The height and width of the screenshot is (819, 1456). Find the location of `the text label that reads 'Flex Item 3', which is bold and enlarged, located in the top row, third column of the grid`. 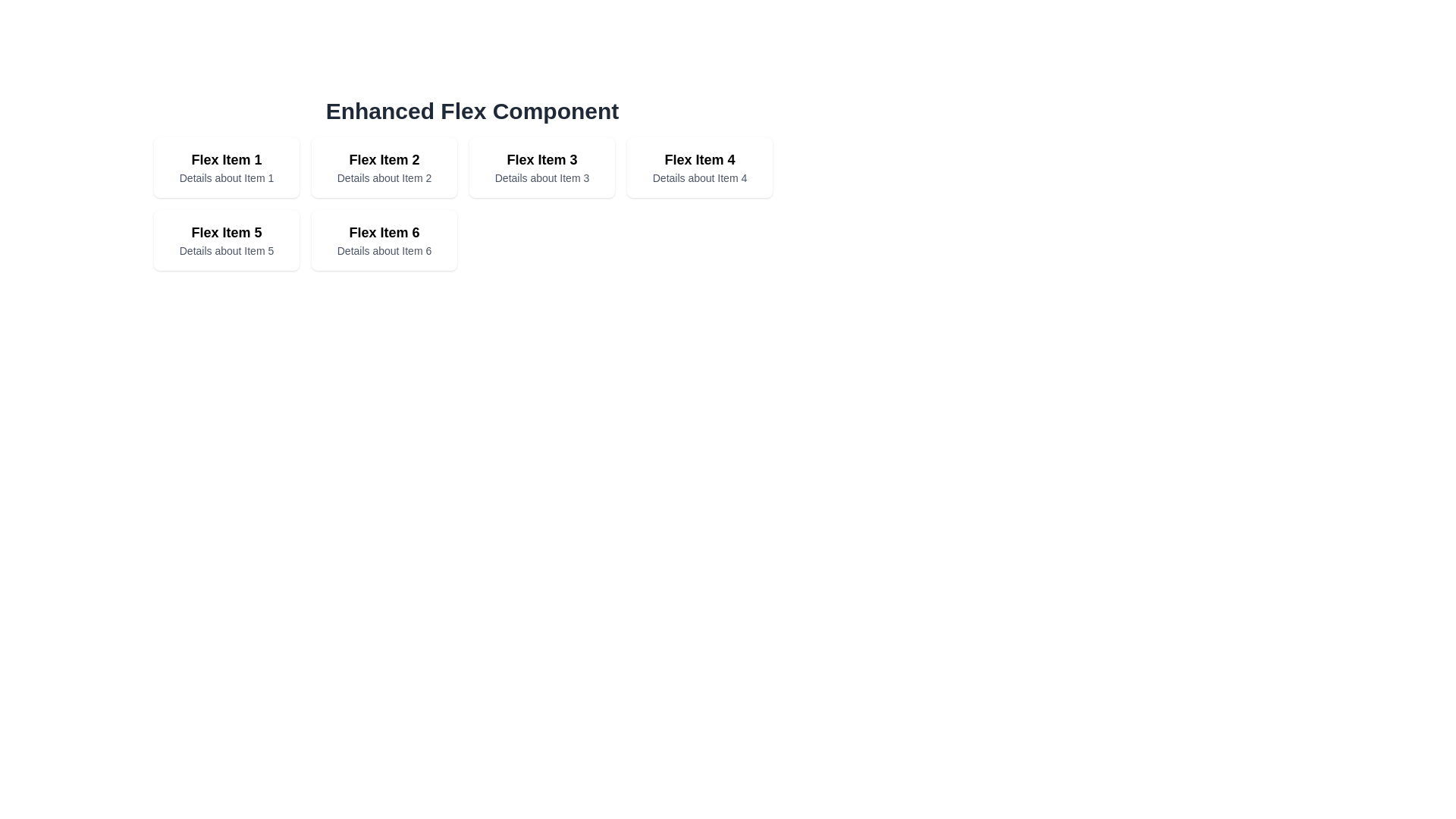

the text label that reads 'Flex Item 3', which is bold and enlarged, located in the top row, third column of the grid is located at coordinates (542, 160).